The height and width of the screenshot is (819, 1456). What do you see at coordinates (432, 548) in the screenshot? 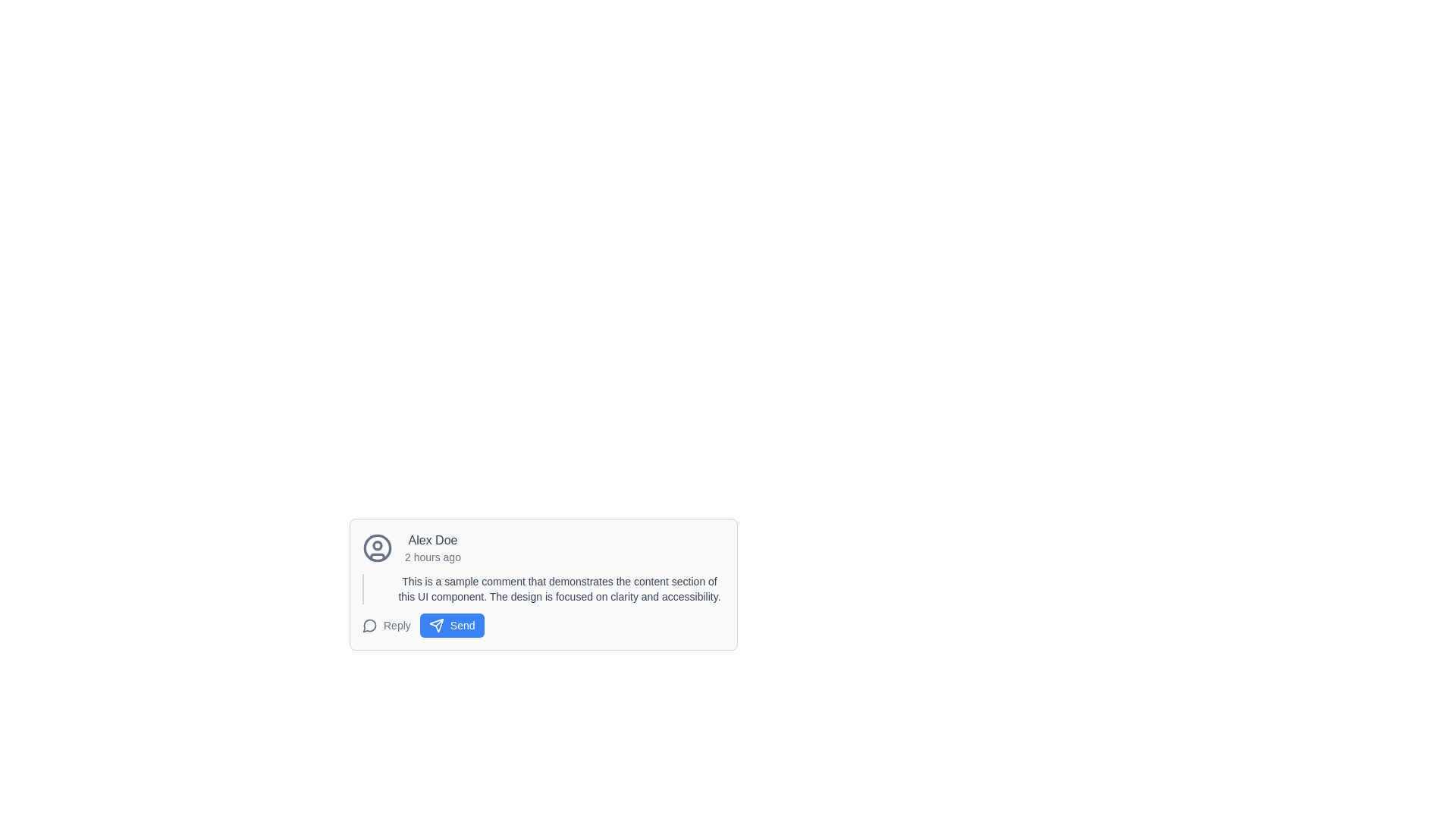
I see `the text block displaying the username 'Alex Doe' and the timestamp '2 hours ago', which is located in the user profile section` at bounding box center [432, 548].